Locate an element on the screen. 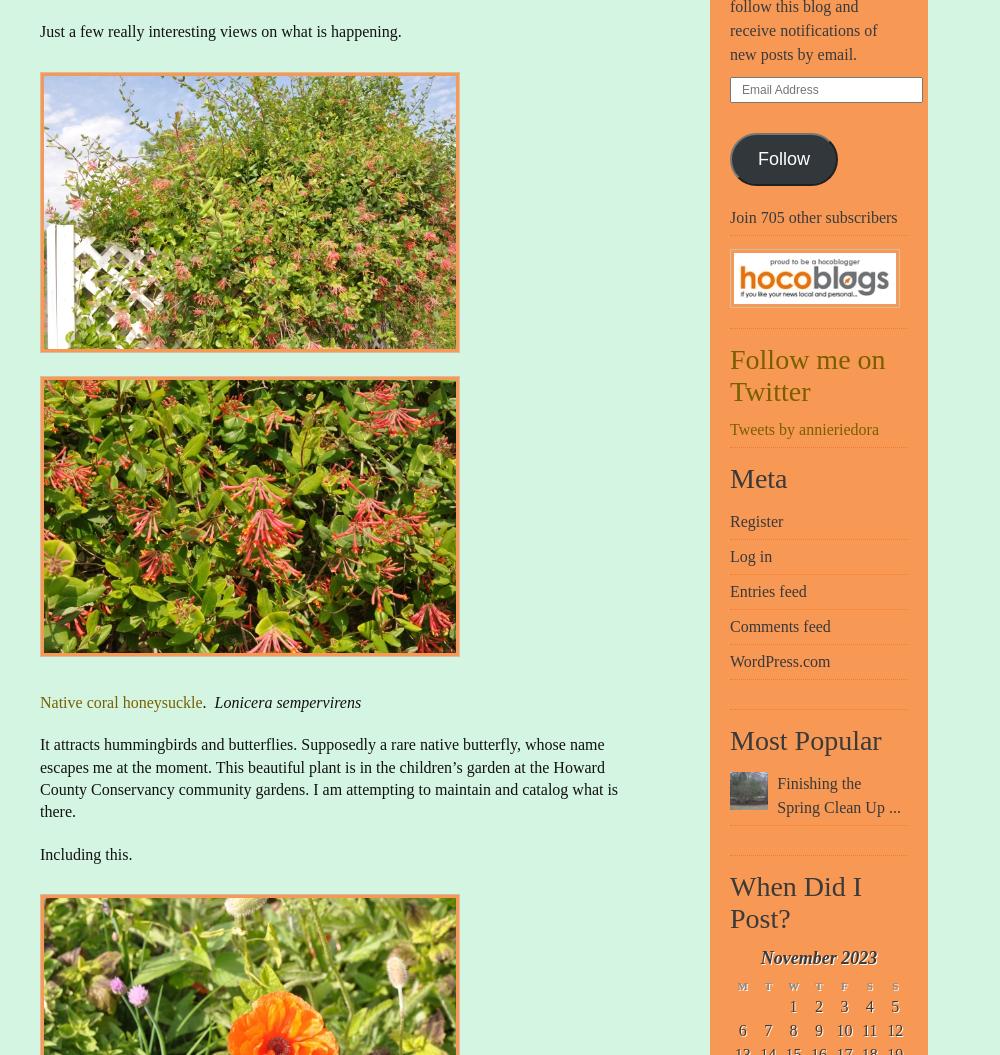  'Finishing the Spring Clean Up ...' is located at coordinates (837, 794).